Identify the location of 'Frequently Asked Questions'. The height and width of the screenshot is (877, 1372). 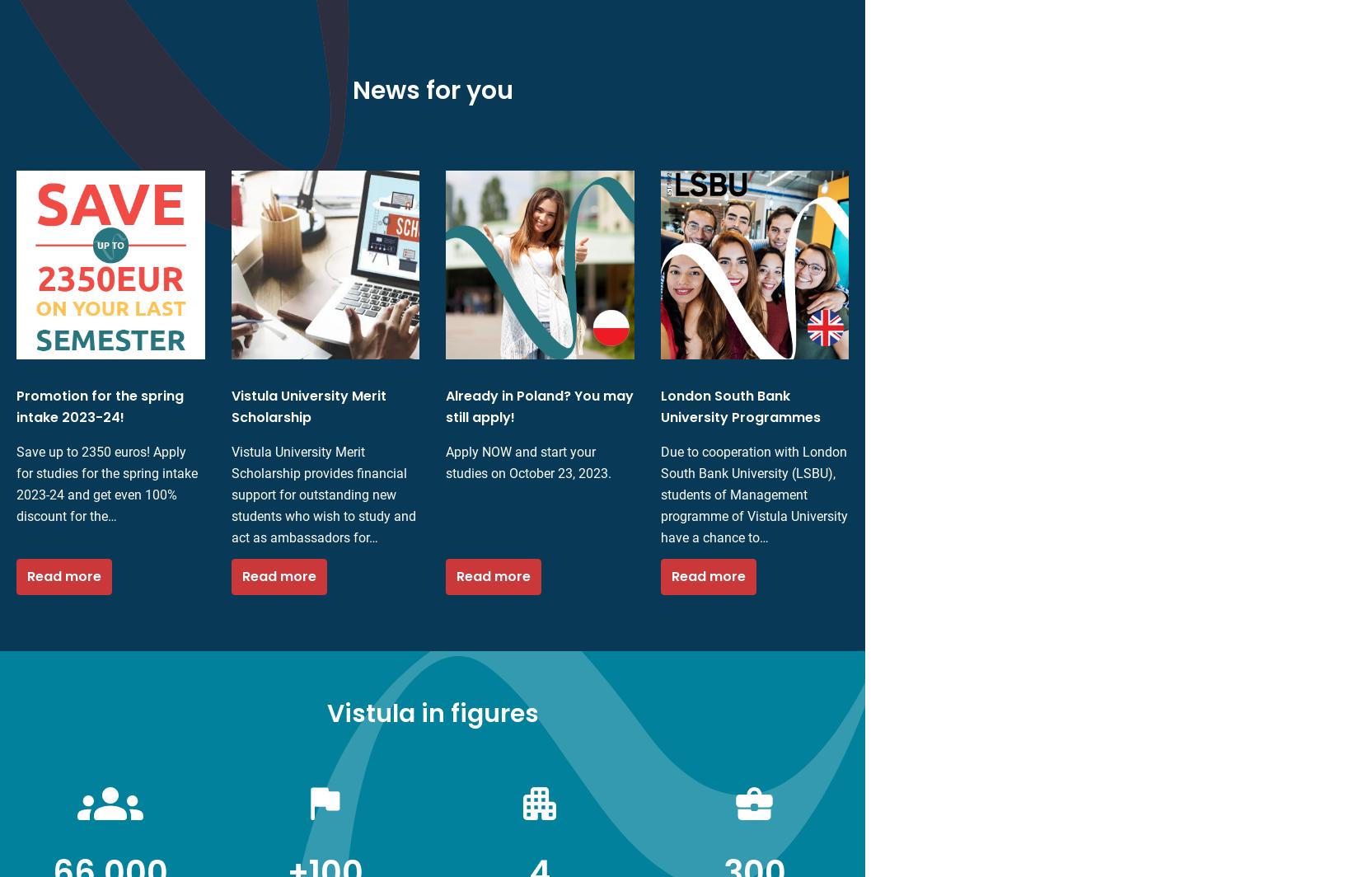
(637, 673).